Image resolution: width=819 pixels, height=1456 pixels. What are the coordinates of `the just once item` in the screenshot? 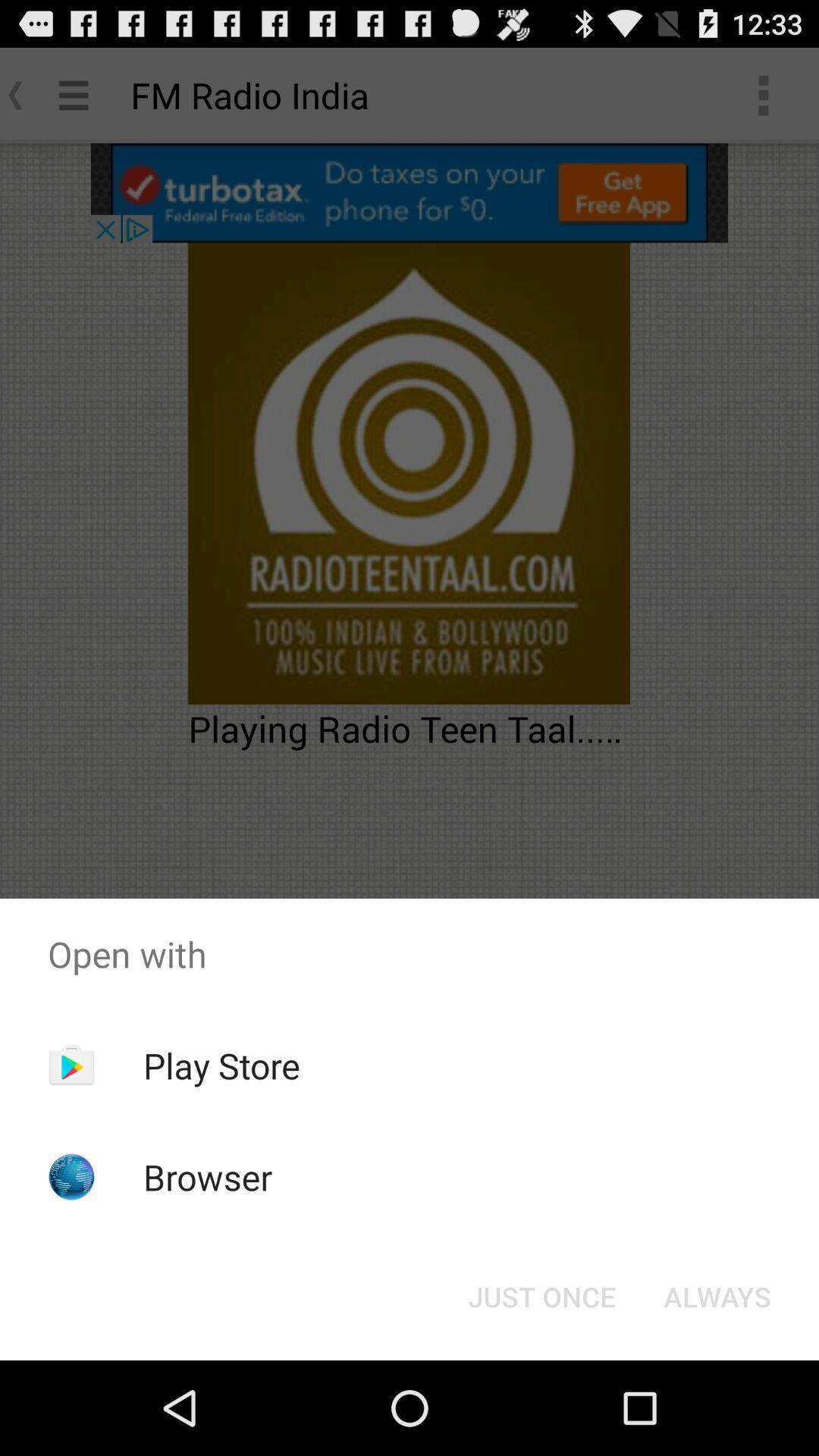 It's located at (541, 1295).